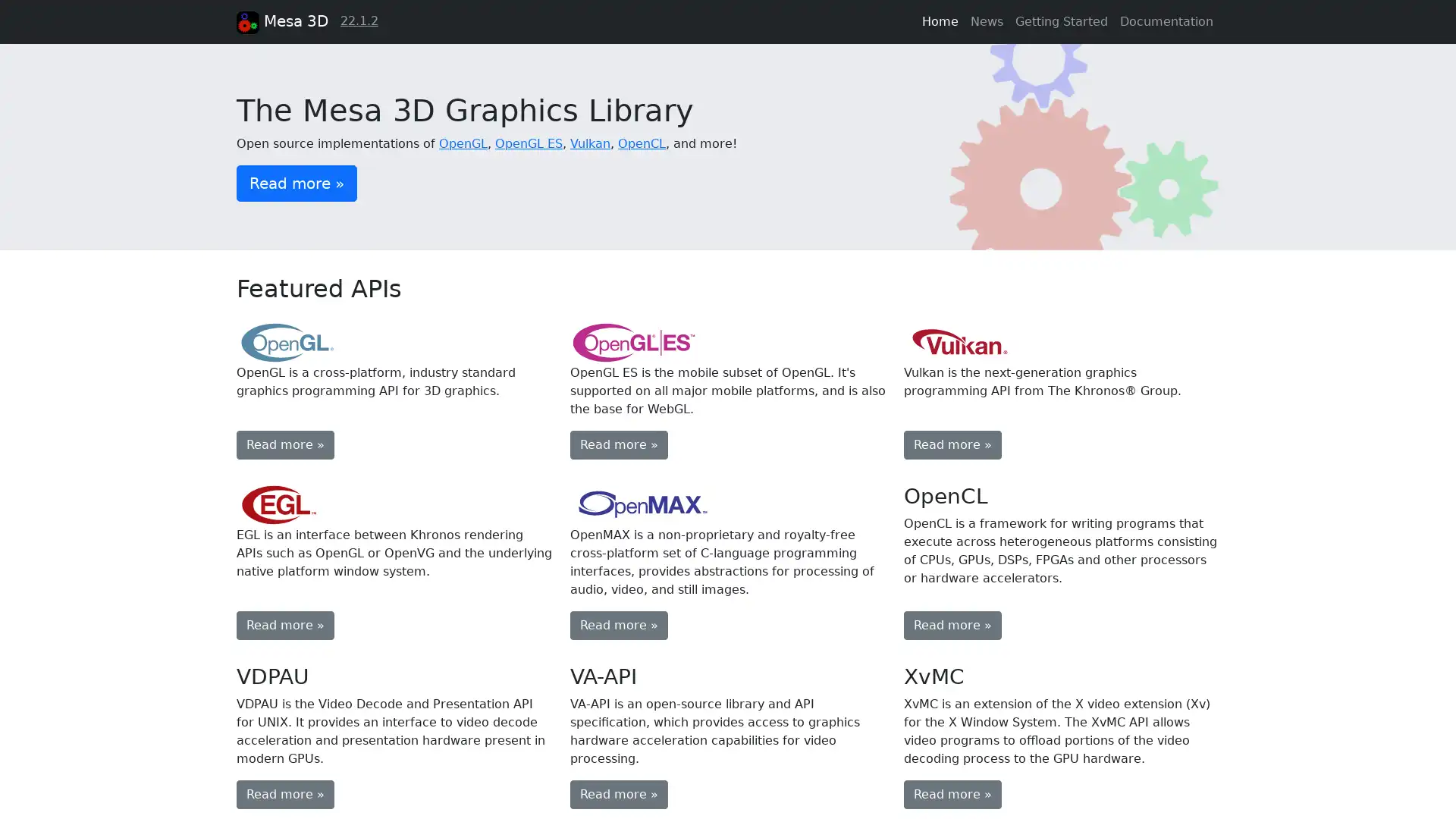 The image size is (1456, 819). Describe the element at coordinates (619, 794) in the screenshot. I see `Read more` at that location.